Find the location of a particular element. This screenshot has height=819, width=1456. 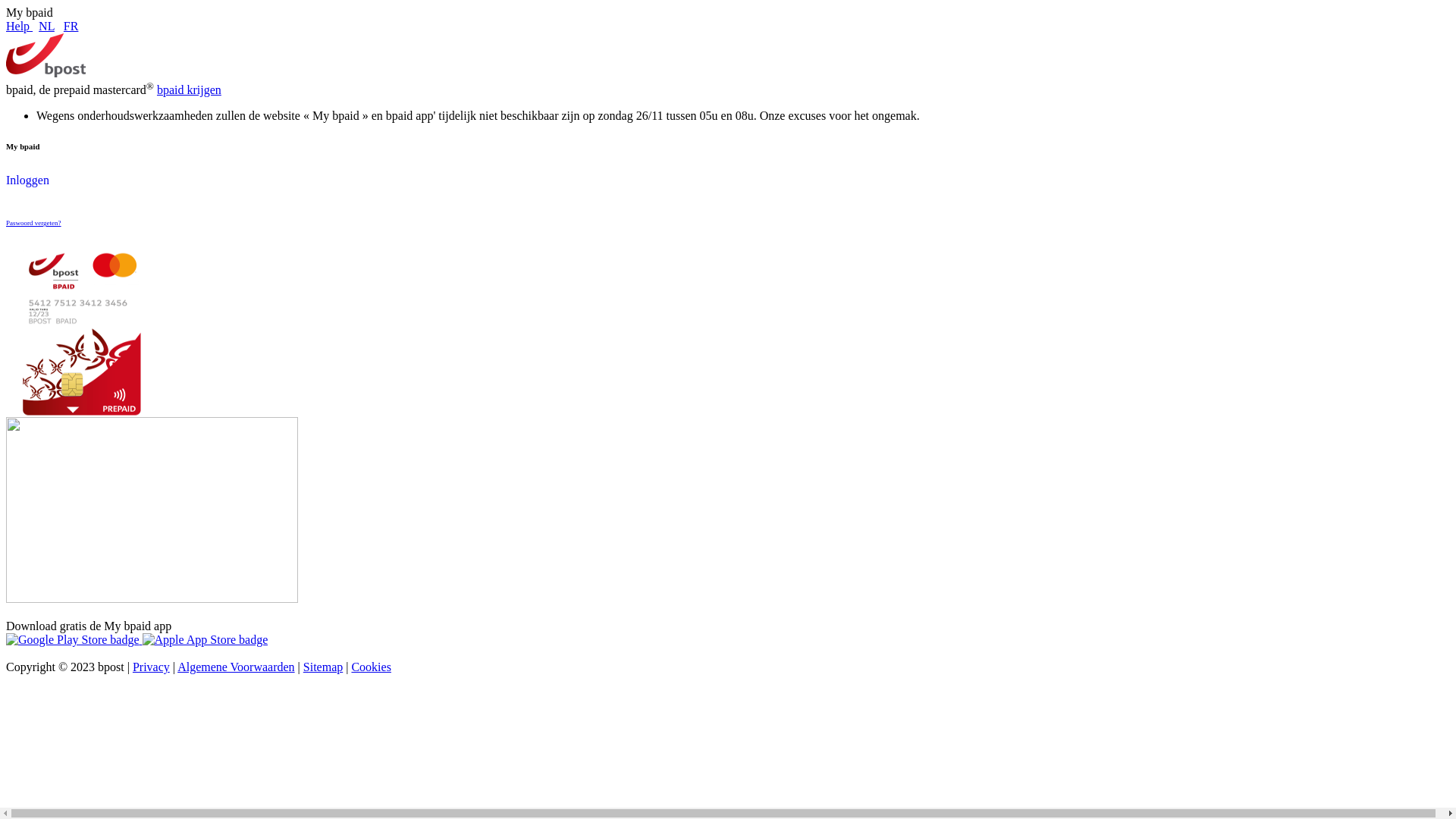

'Help' is located at coordinates (6, 26).